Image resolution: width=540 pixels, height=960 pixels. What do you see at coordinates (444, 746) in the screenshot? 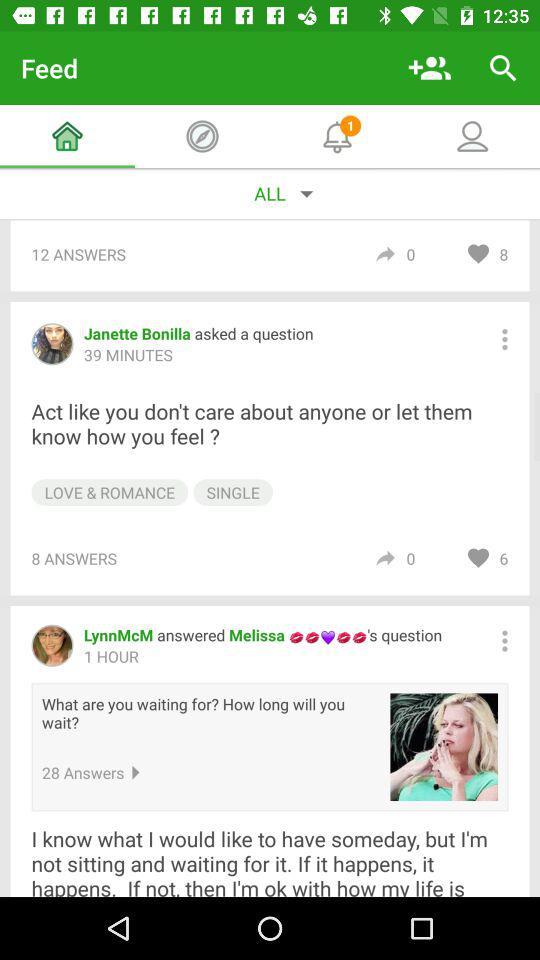
I see `gif` at bounding box center [444, 746].